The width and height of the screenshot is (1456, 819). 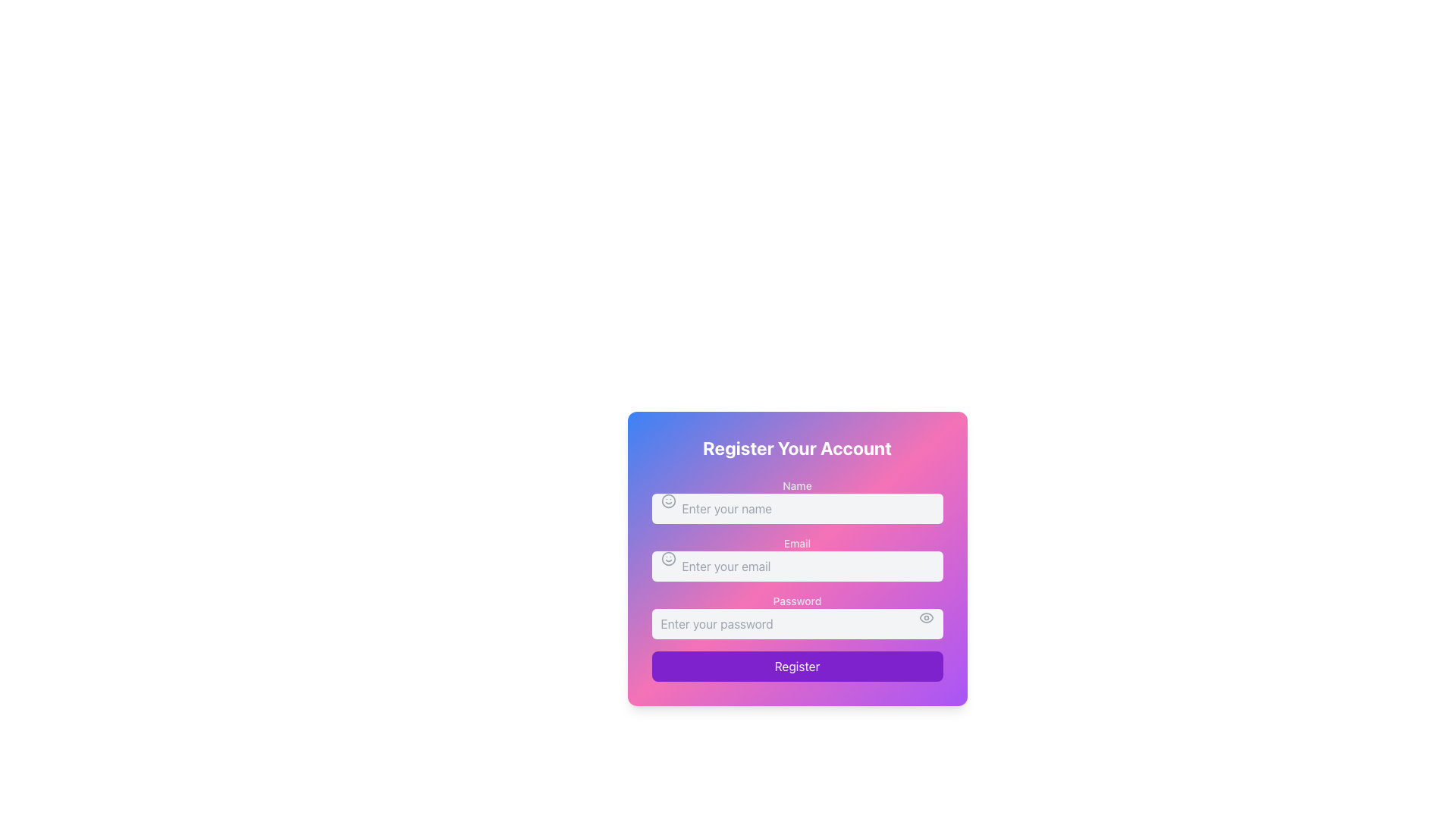 I want to click on the 'Password' label, which is a small, bold gray text positioned above the password input field within a form structure, so click(x=796, y=601).